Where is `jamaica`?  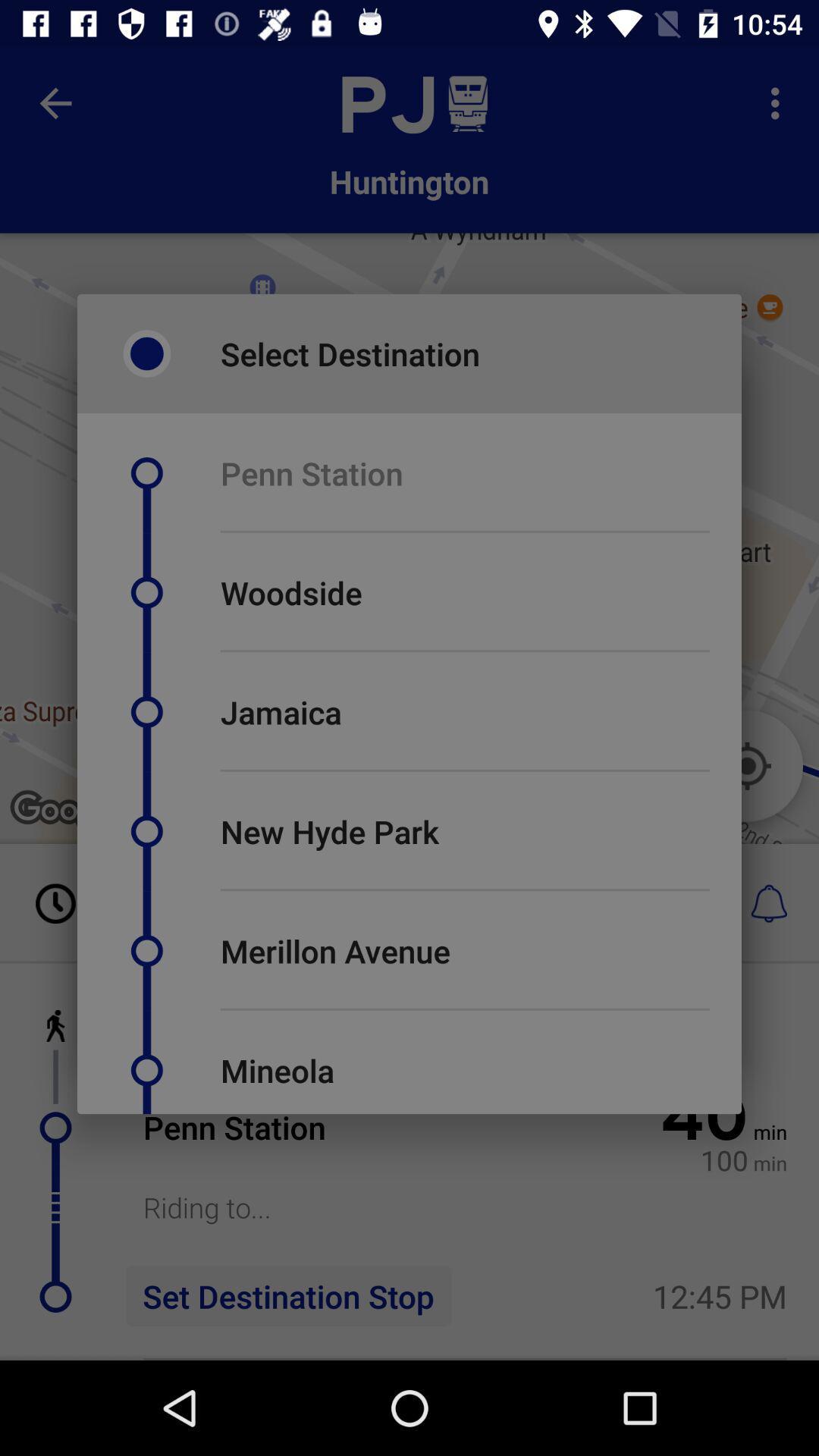
jamaica is located at coordinates (281, 711).